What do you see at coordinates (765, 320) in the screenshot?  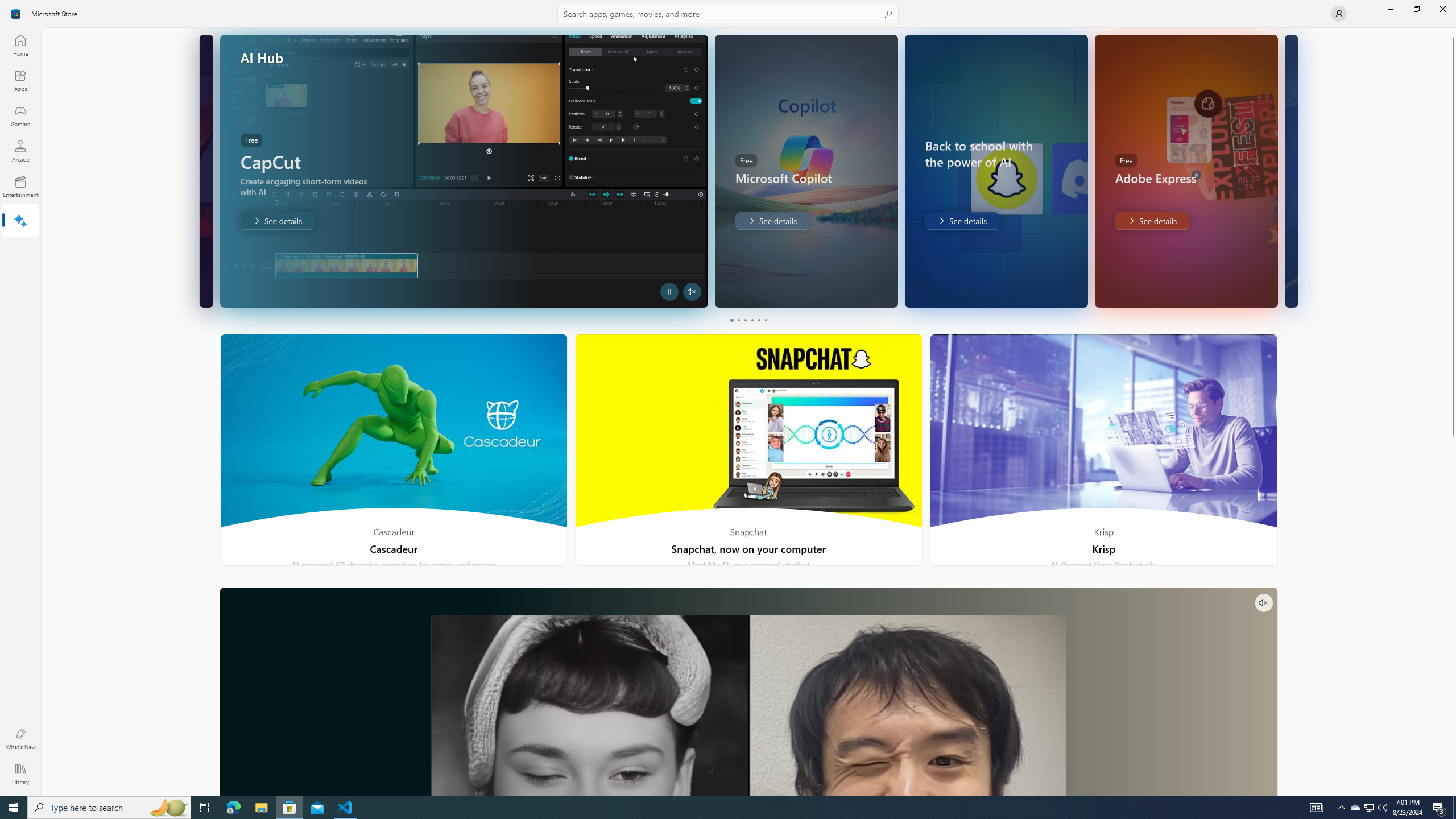 I see `'Page 6'` at bounding box center [765, 320].